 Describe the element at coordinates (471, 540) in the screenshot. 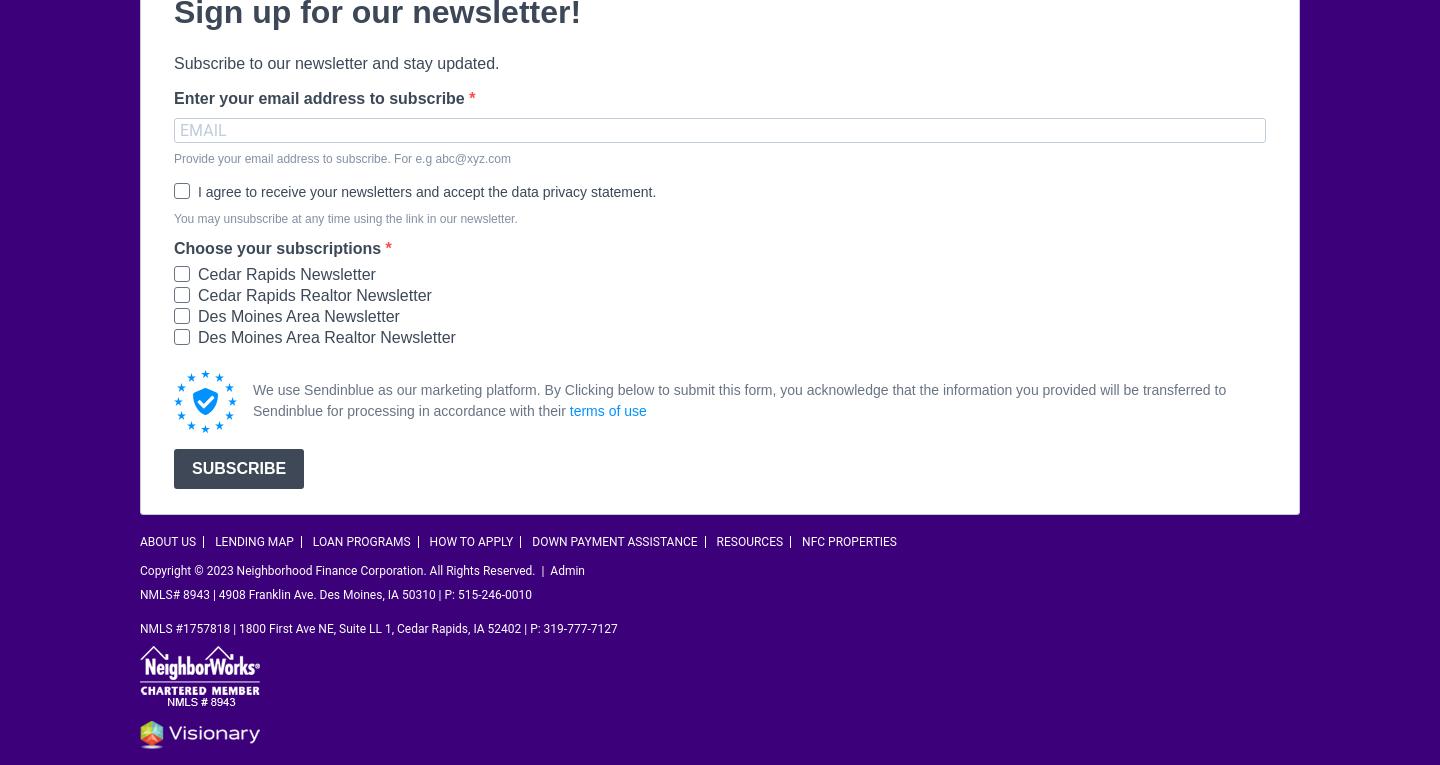

I see `'How To Apply'` at that location.